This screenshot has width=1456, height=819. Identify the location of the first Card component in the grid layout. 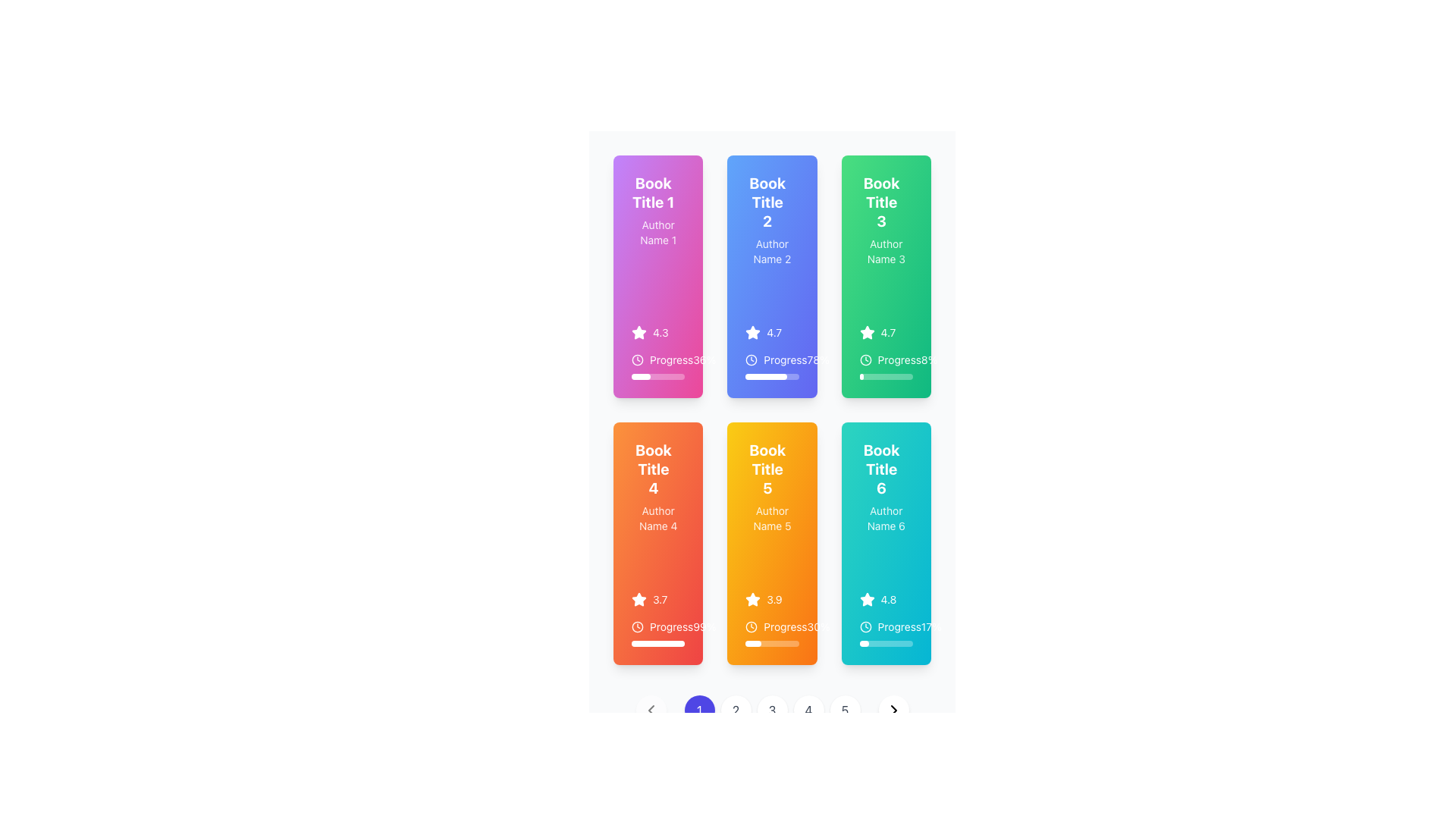
(658, 277).